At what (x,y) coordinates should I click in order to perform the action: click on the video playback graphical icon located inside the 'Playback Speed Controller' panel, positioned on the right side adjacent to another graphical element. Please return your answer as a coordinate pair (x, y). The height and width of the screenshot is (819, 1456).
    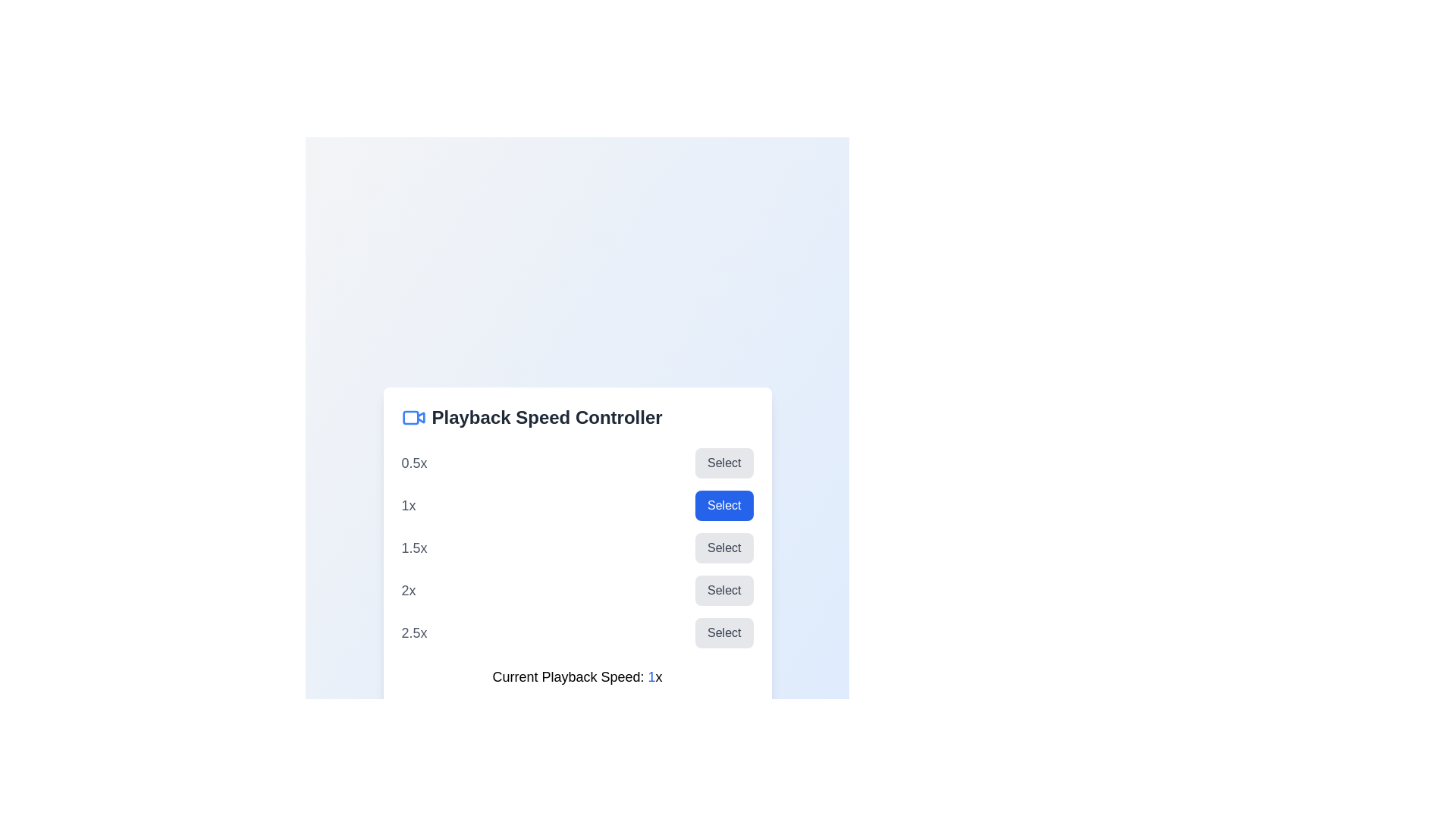
    Looking at the image, I should click on (420, 417).